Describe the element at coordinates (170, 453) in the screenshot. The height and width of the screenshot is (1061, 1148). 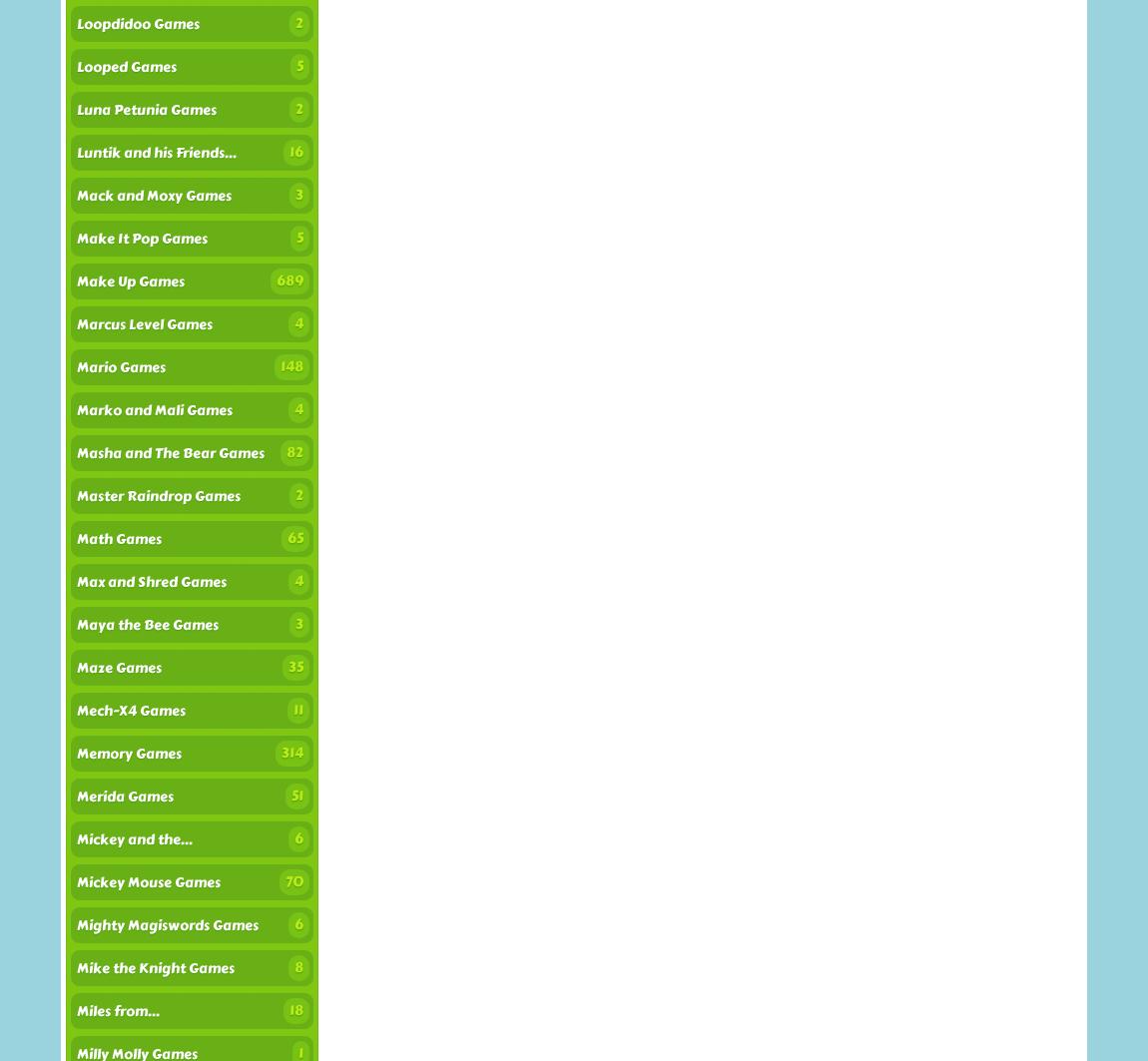
I see `'Masha and The Bear Games'` at that location.